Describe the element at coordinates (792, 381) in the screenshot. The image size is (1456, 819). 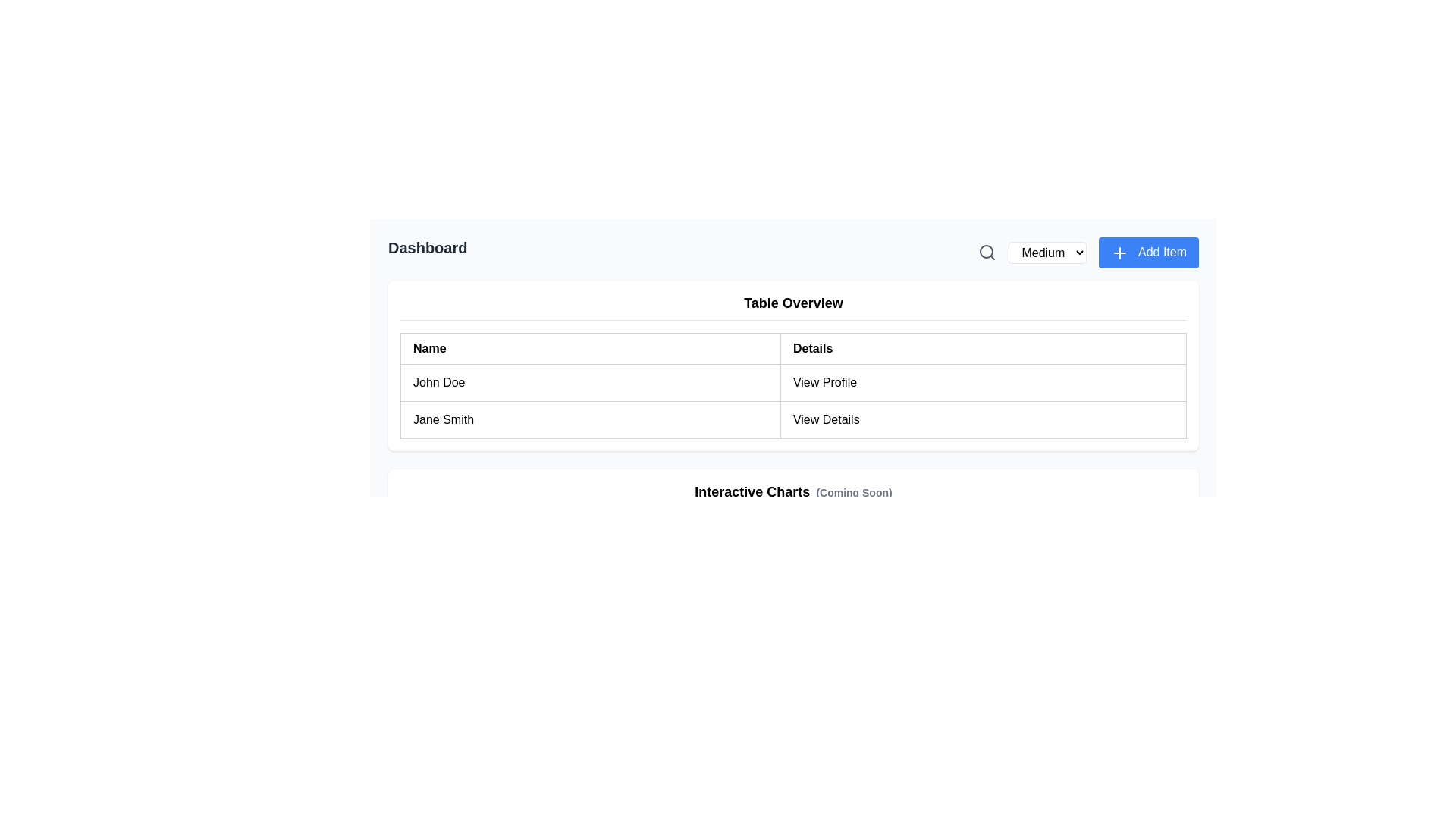
I see `the first row of the table under the 'Table Overview' header` at that location.